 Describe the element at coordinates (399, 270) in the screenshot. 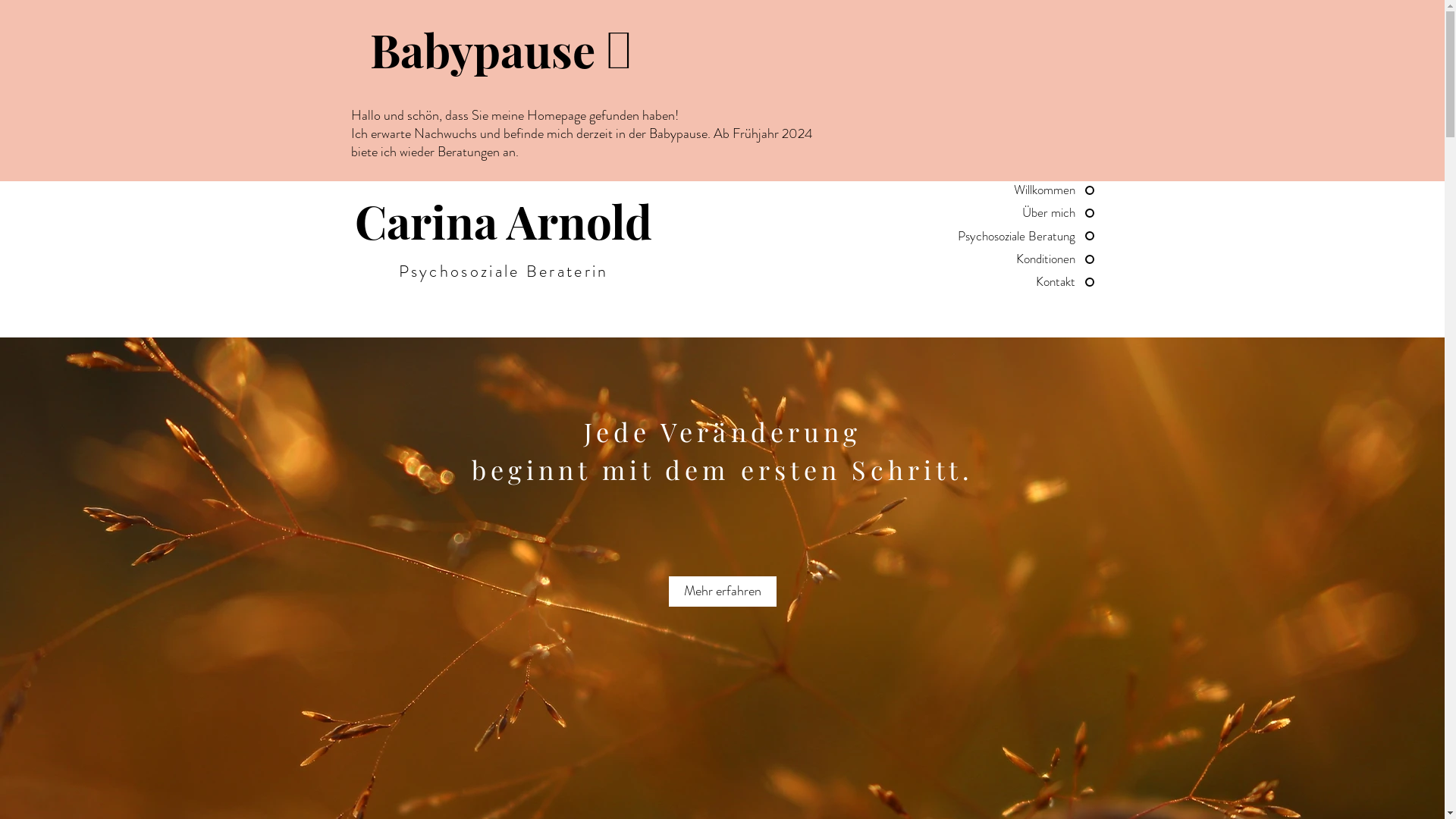

I see `'Psychosoziale Beraterin'` at that location.